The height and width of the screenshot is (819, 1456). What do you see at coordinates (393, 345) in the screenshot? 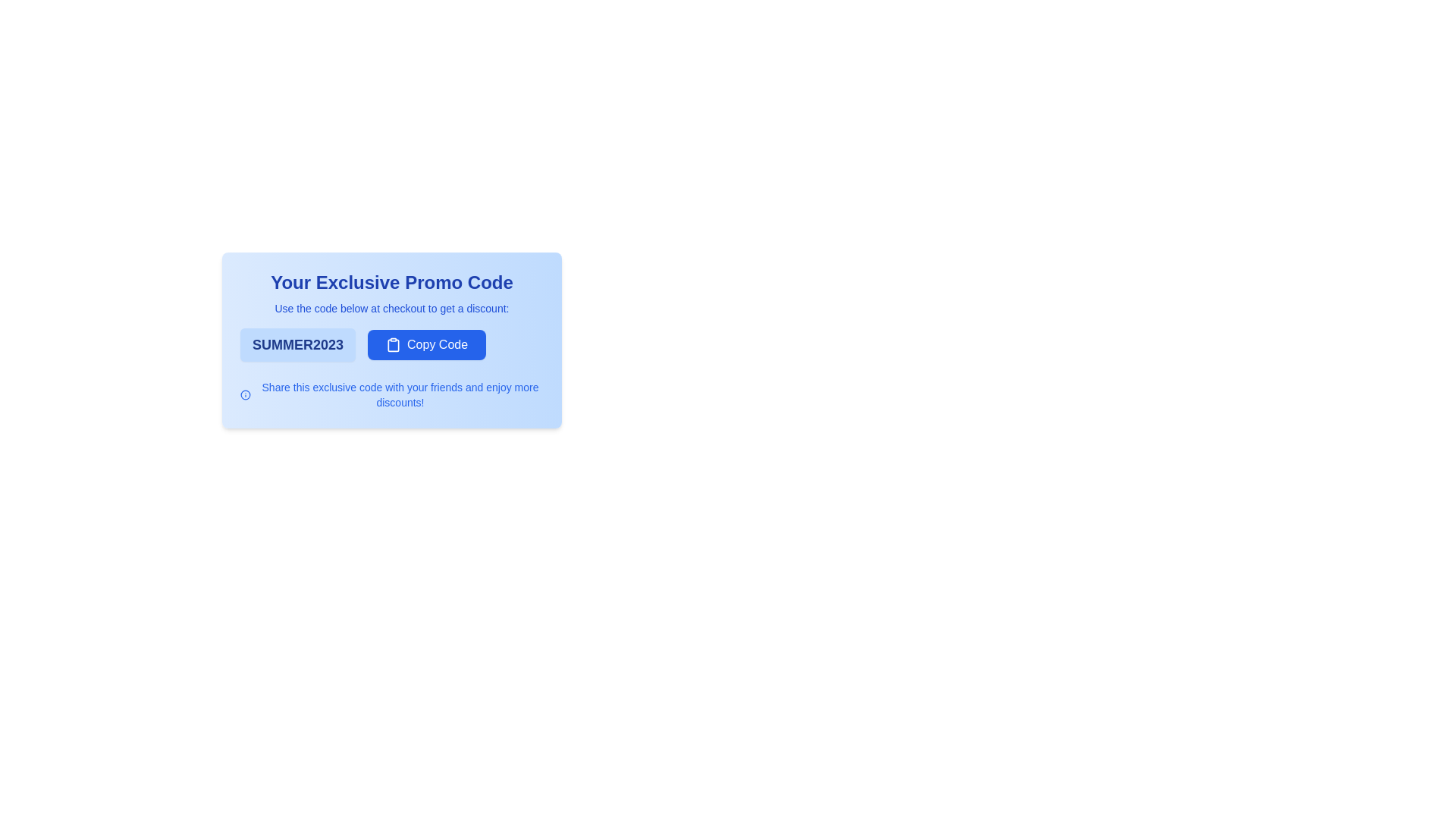
I see `the clipboard icon located within the blue button labeled 'Copy Code', which is positioned to the left of the text label inside the button` at bounding box center [393, 345].